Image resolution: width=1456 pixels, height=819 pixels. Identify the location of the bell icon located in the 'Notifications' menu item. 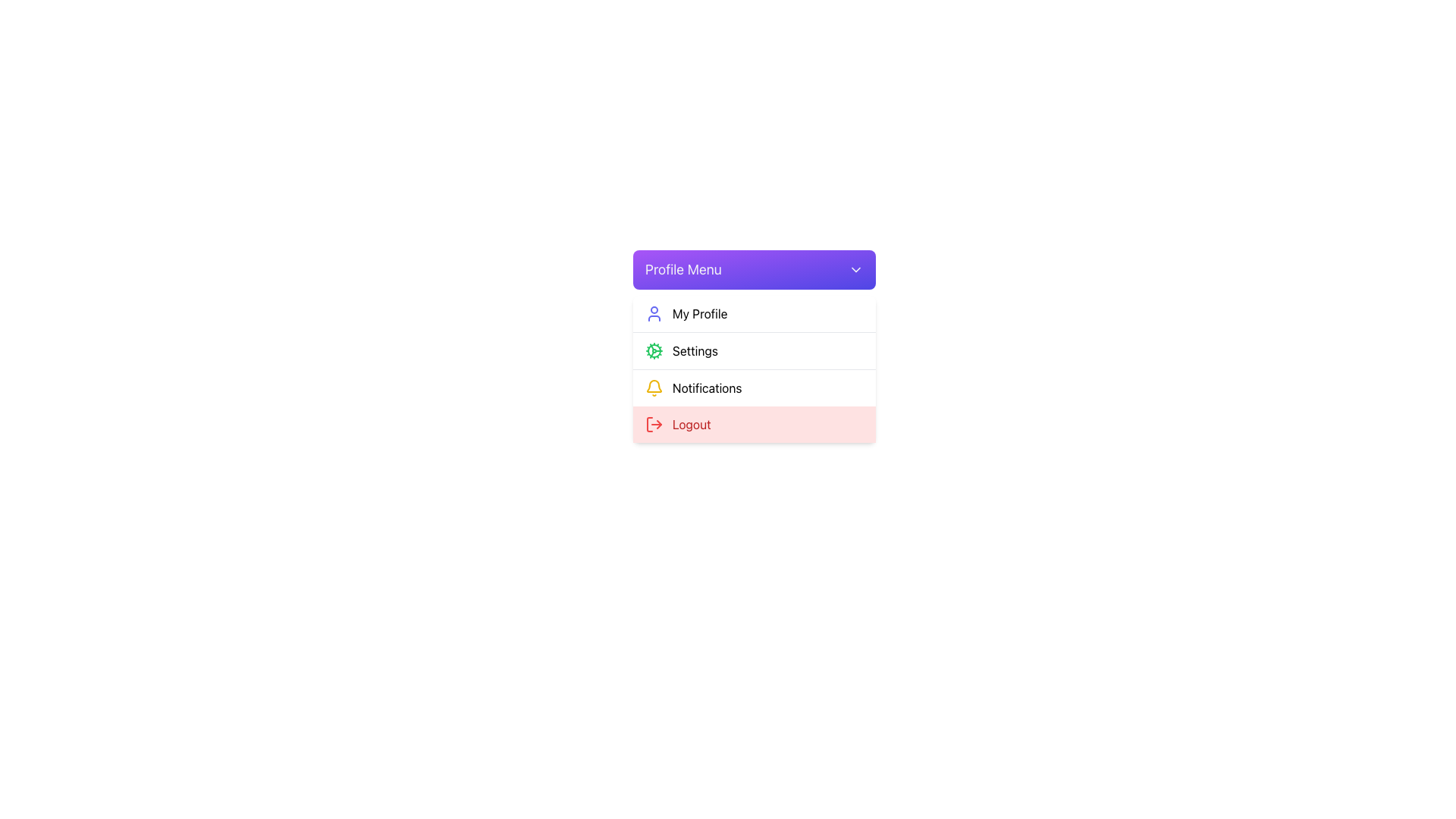
(654, 388).